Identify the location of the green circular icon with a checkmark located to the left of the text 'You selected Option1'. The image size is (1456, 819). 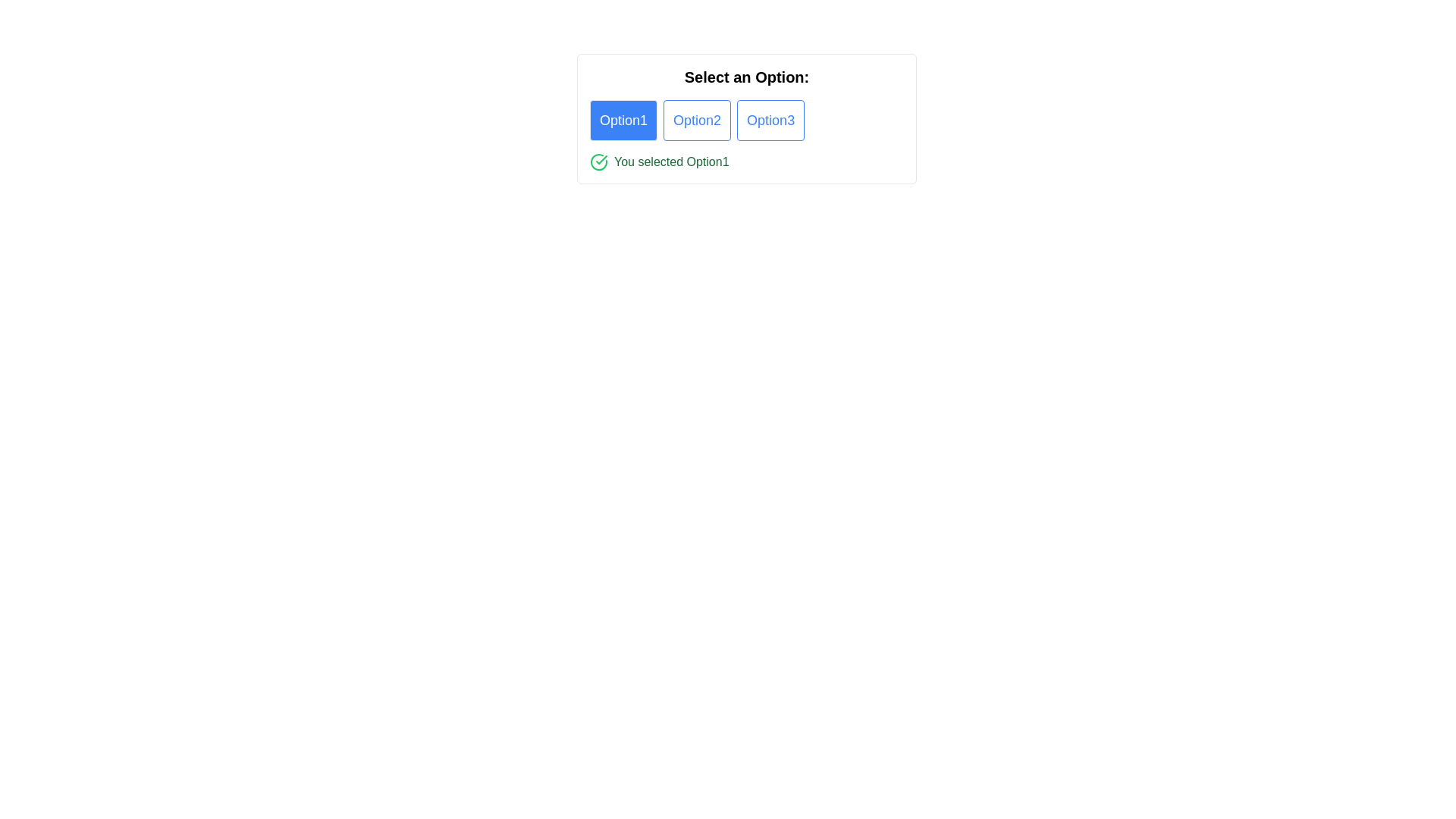
(598, 162).